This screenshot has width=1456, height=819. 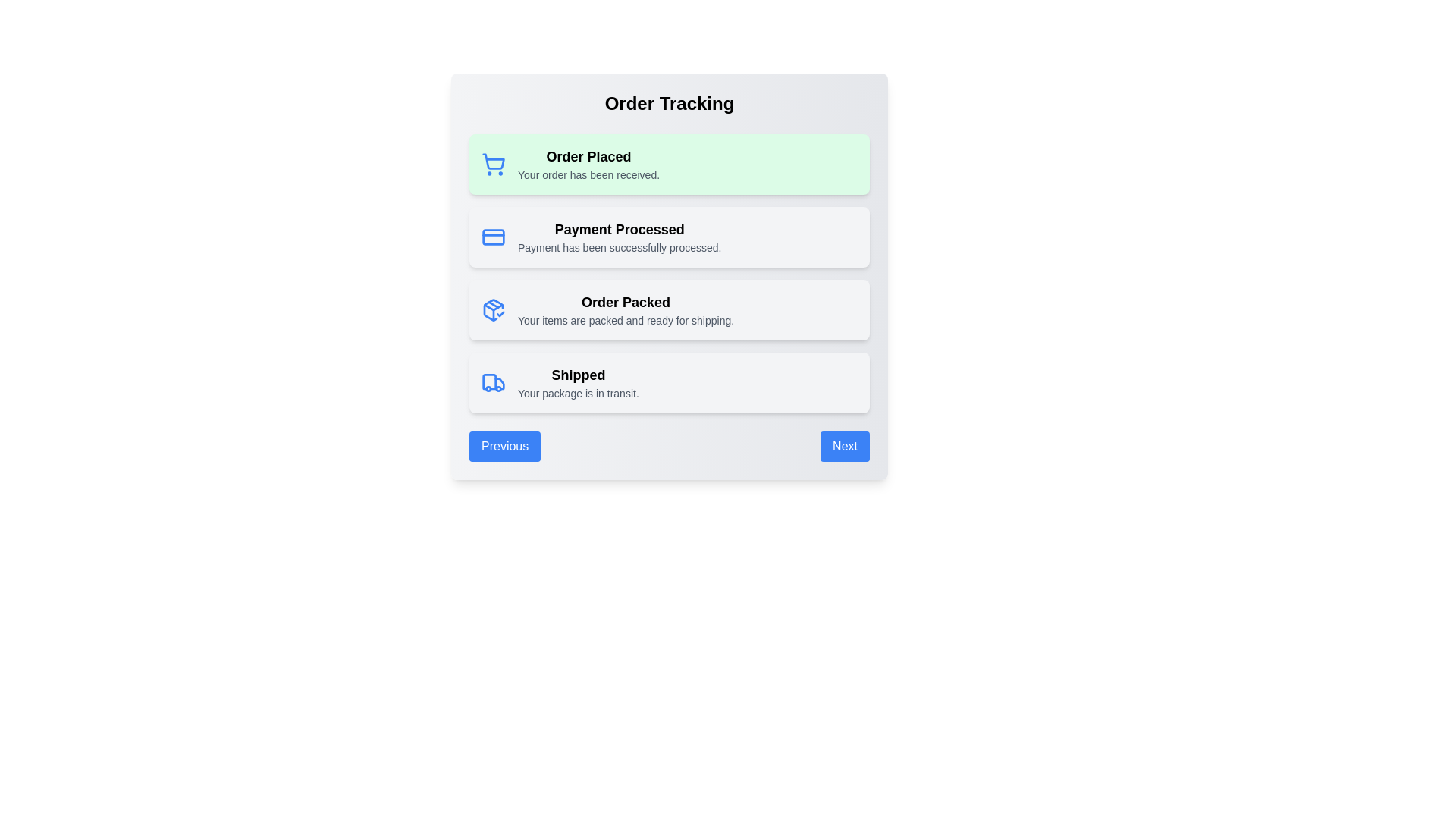 What do you see at coordinates (588, 174) in the screenshot?
I see `text label stating 'Your order has been received.' positioned directly below the bolded title 'Order Placed' in the order status details card` at bounding box center [588, 174].